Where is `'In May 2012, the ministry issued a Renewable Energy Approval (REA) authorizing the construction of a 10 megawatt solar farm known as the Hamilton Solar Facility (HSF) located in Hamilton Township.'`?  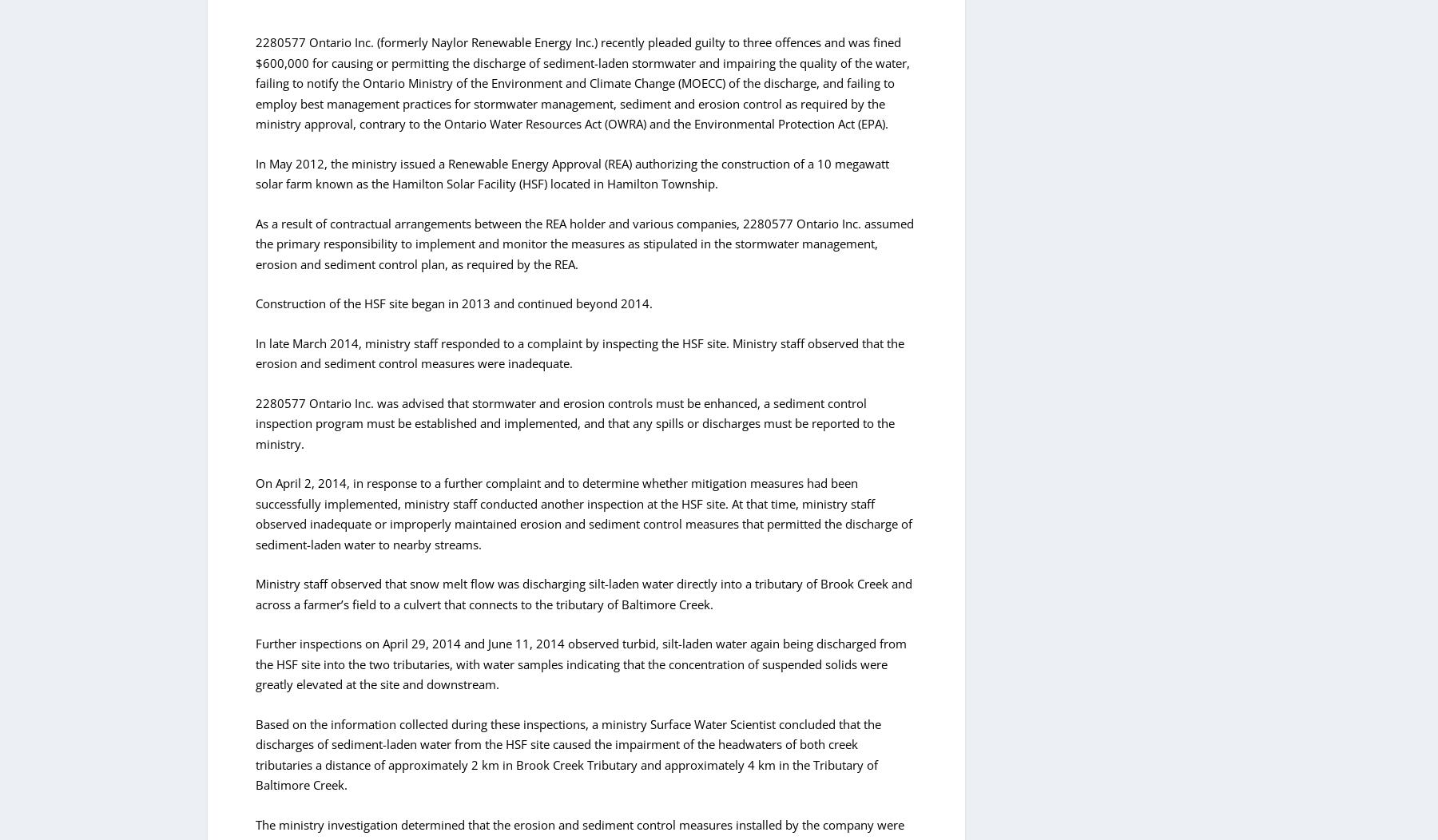 'In May 2012, the ministry issued a Renewable Energy Approval (REA) authorizing the construction of a 10 megawatt solar farm known as the Hamilton Solar Facility (HSF) located in Hamilton Township.' is located at coordinates (571, 173).